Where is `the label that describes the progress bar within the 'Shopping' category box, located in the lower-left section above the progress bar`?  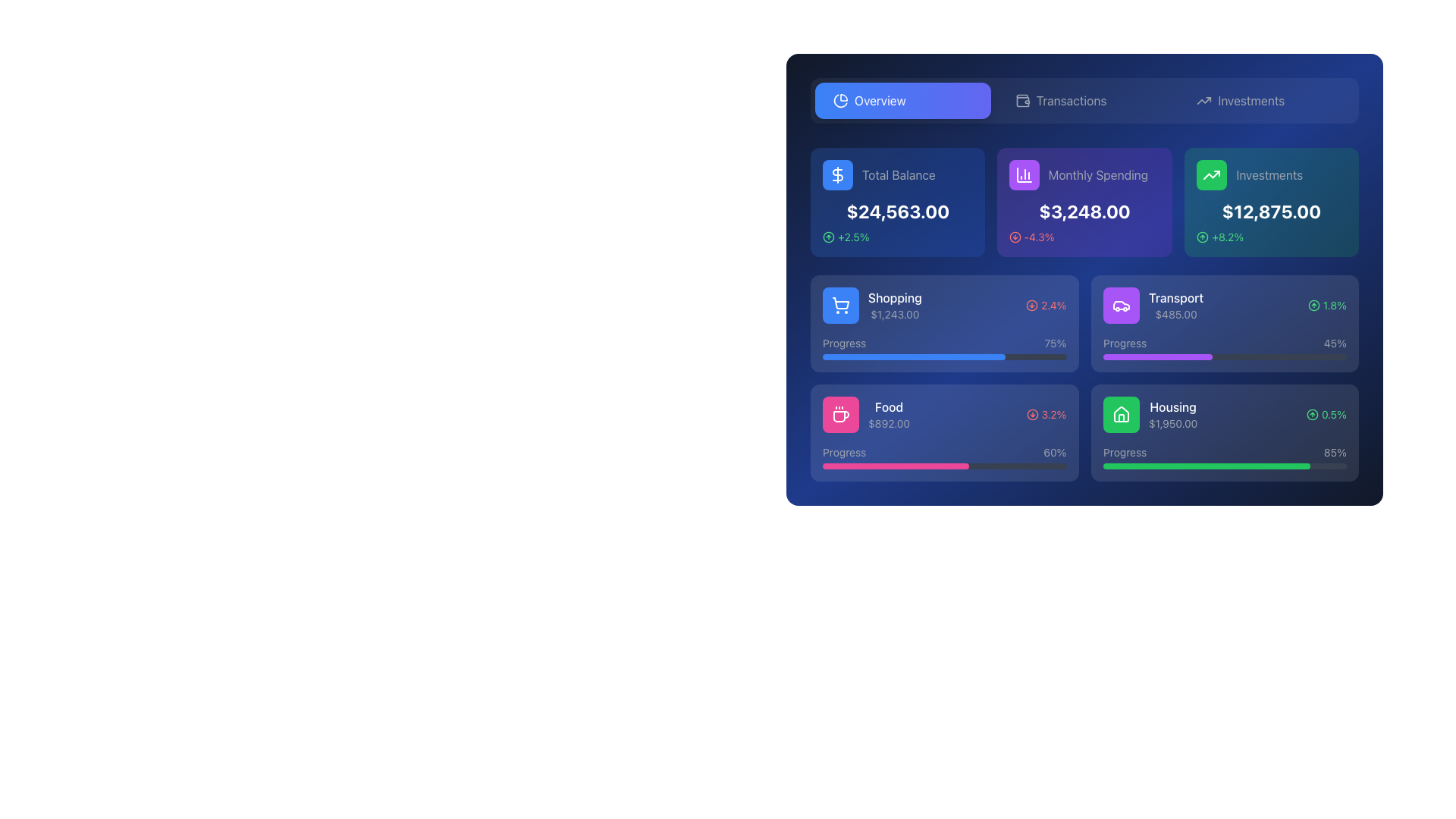 the label that describes the progress bar within the 'Shopping' category box, located in the lower-left section above the progress bar is located at coordinates (843, 343).